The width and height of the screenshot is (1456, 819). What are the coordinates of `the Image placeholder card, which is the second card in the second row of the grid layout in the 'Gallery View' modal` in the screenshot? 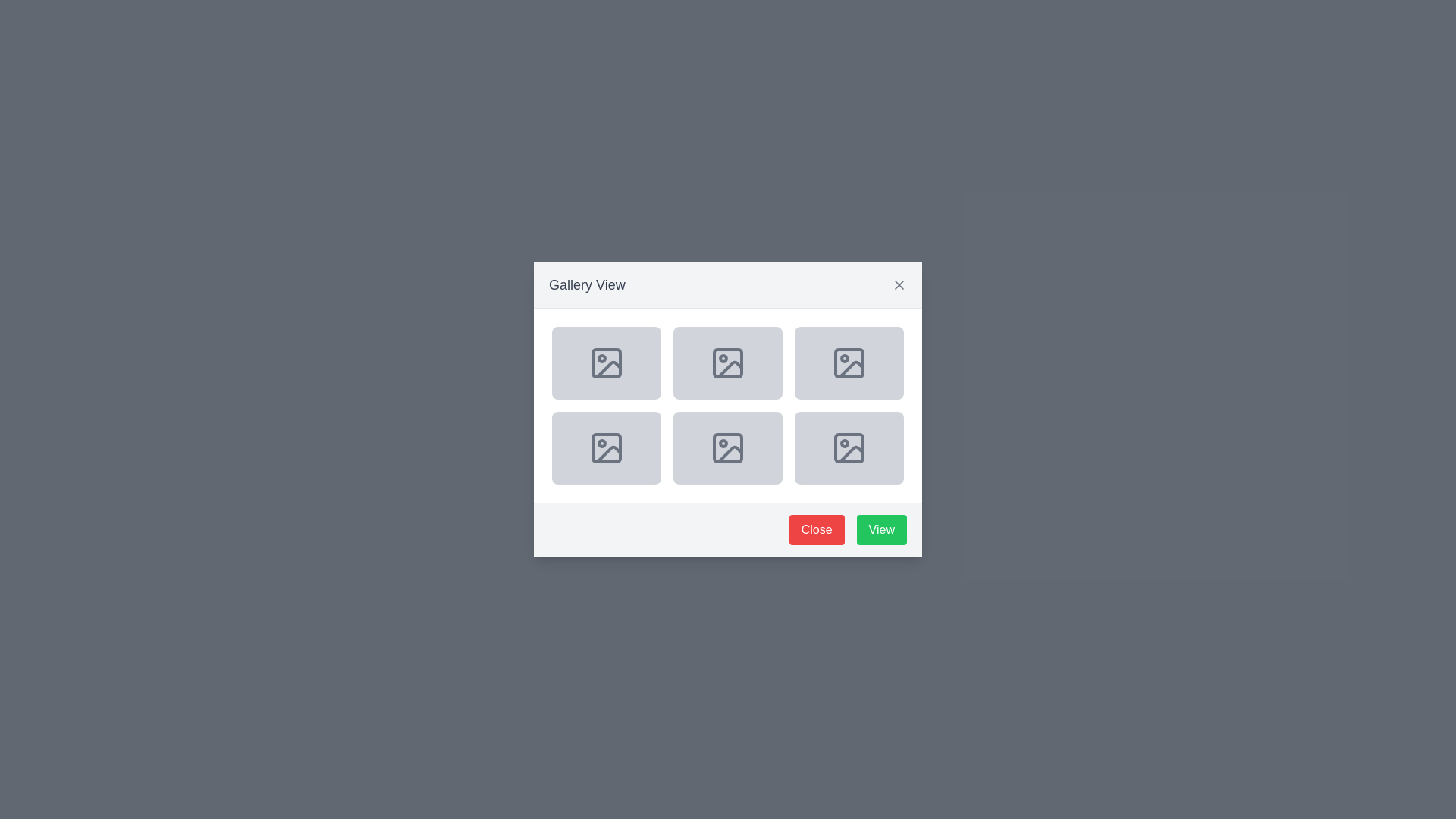 It's located at (728, 362).